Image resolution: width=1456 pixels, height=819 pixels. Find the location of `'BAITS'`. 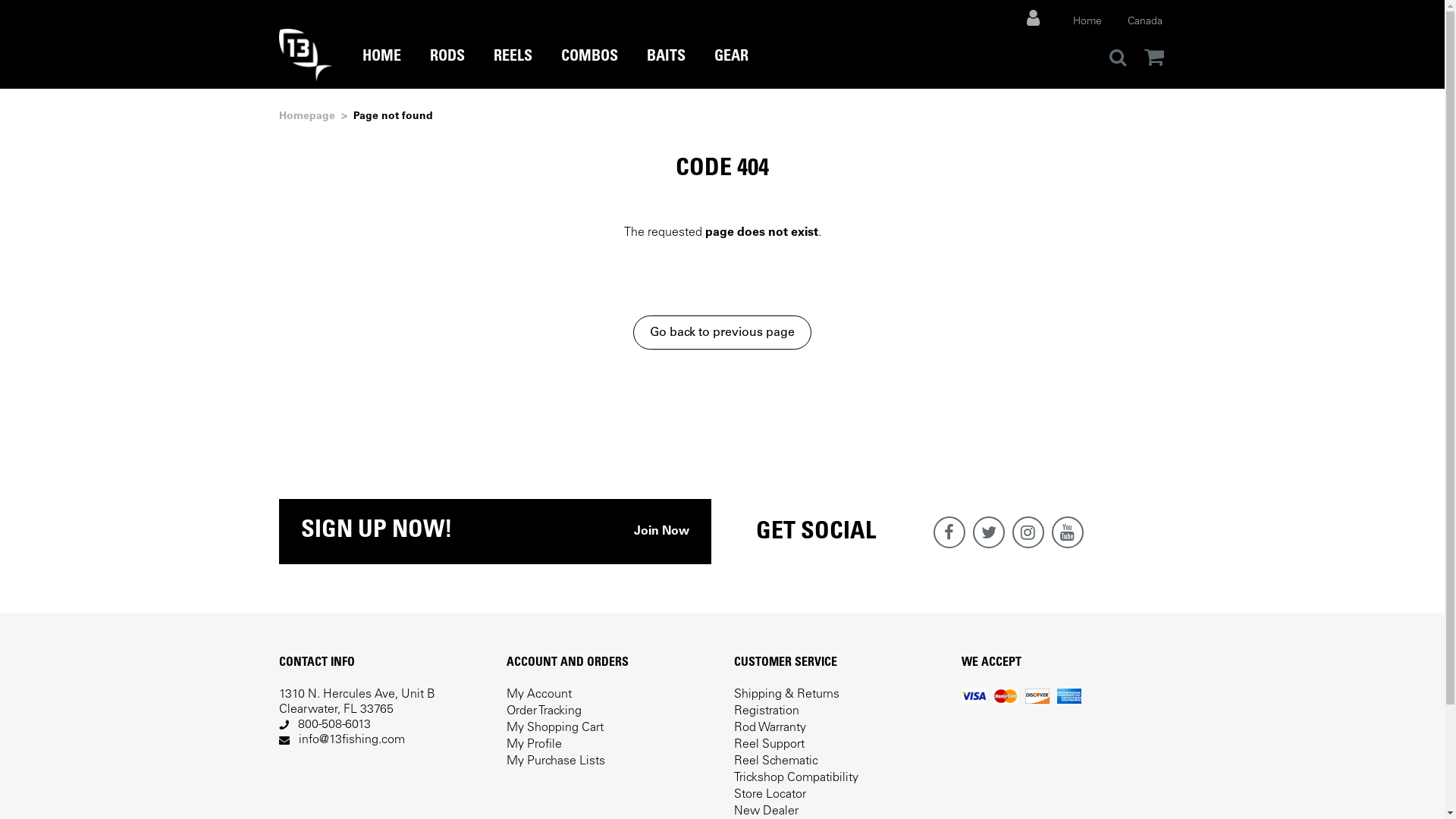

'BAITS' is located at coordinates (645, 68).